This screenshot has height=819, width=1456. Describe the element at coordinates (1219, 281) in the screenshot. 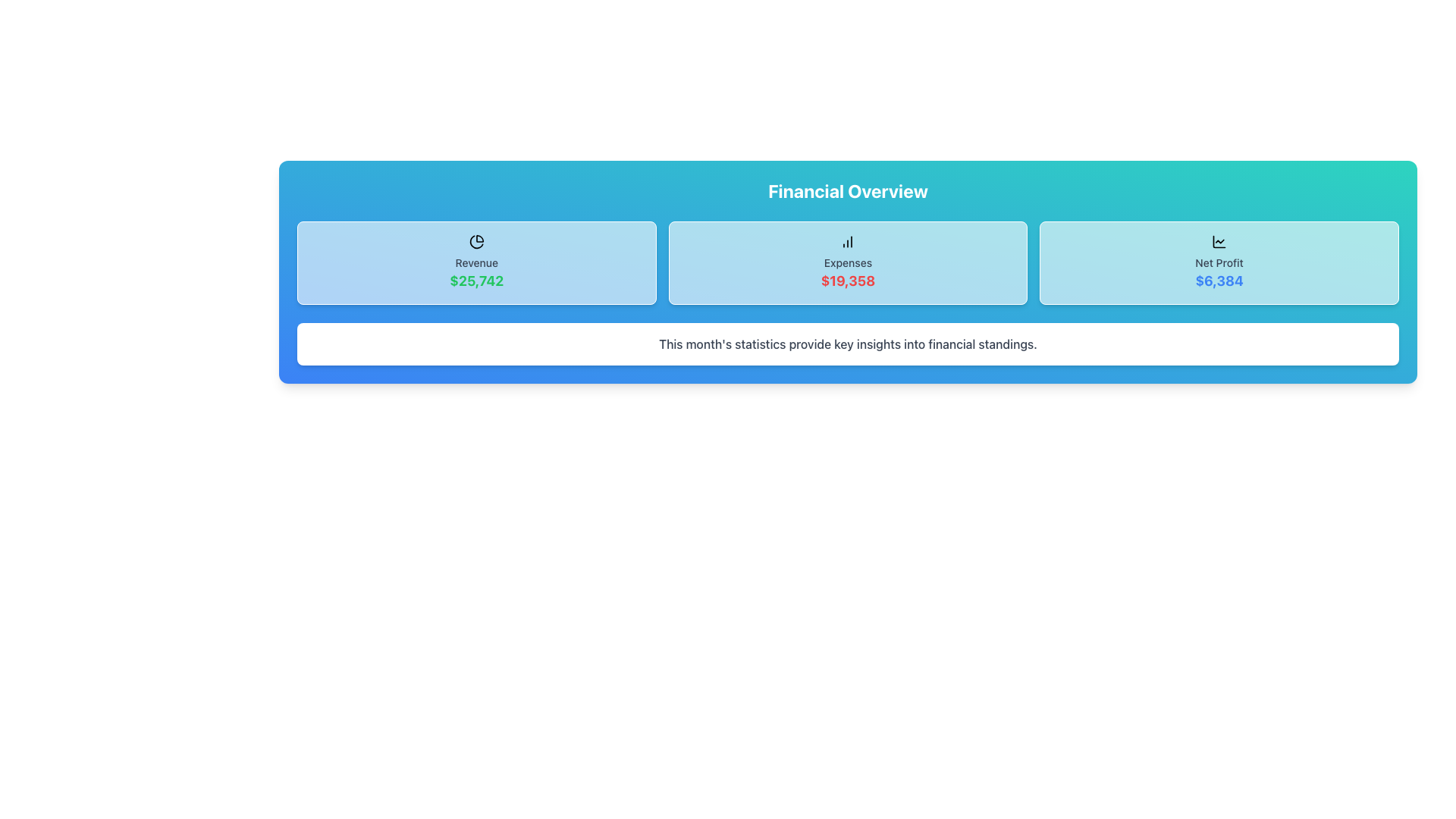

I see `the static text display that shows the numerical representation of the net profit, which is located below the 'Net Profit' label in the financial overview card on the rightmost panel` at that location.